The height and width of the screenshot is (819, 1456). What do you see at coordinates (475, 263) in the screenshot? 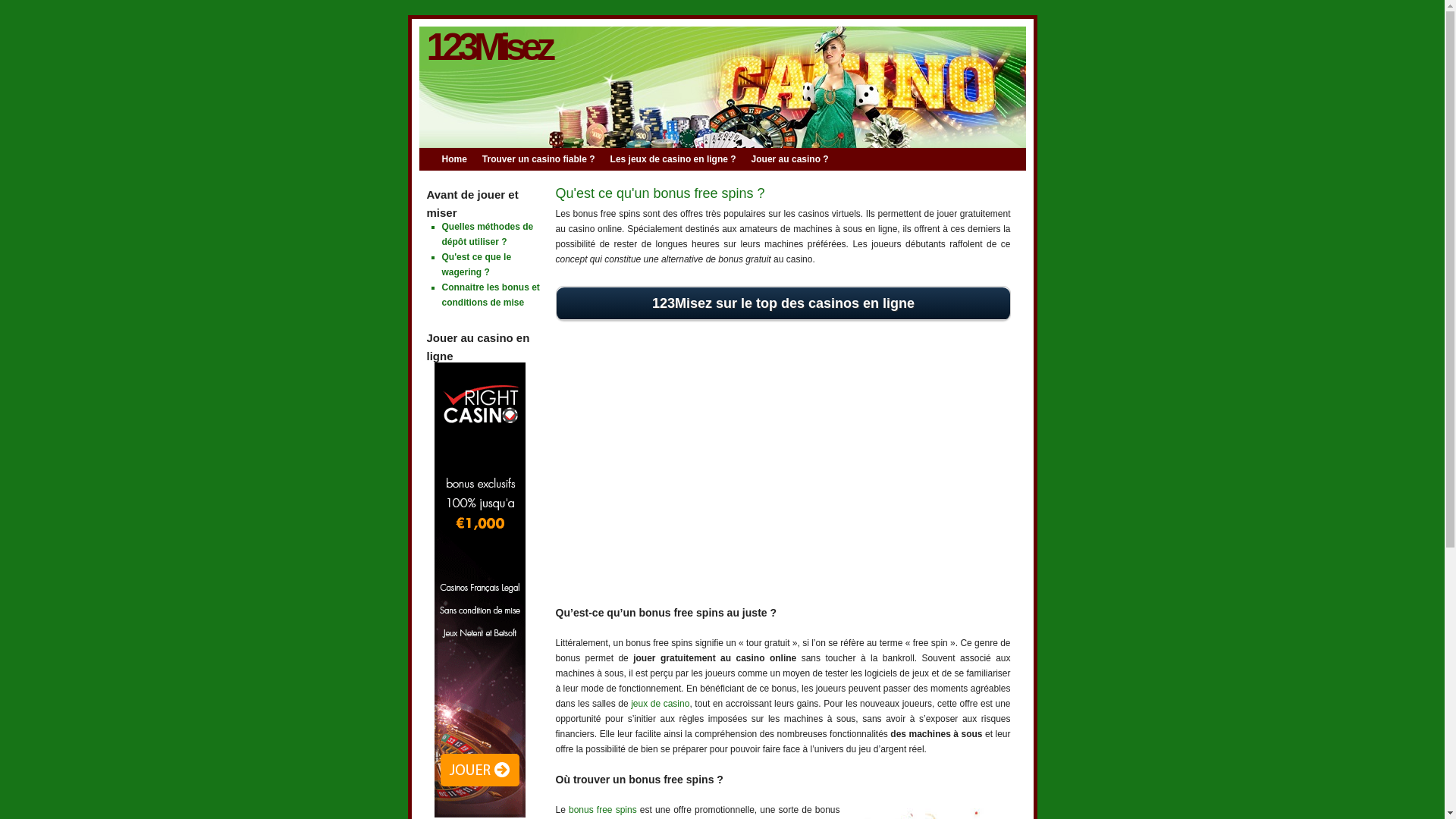
I see `'Qu'est ce que le wagering ?'` at bounding box center [475, 263].